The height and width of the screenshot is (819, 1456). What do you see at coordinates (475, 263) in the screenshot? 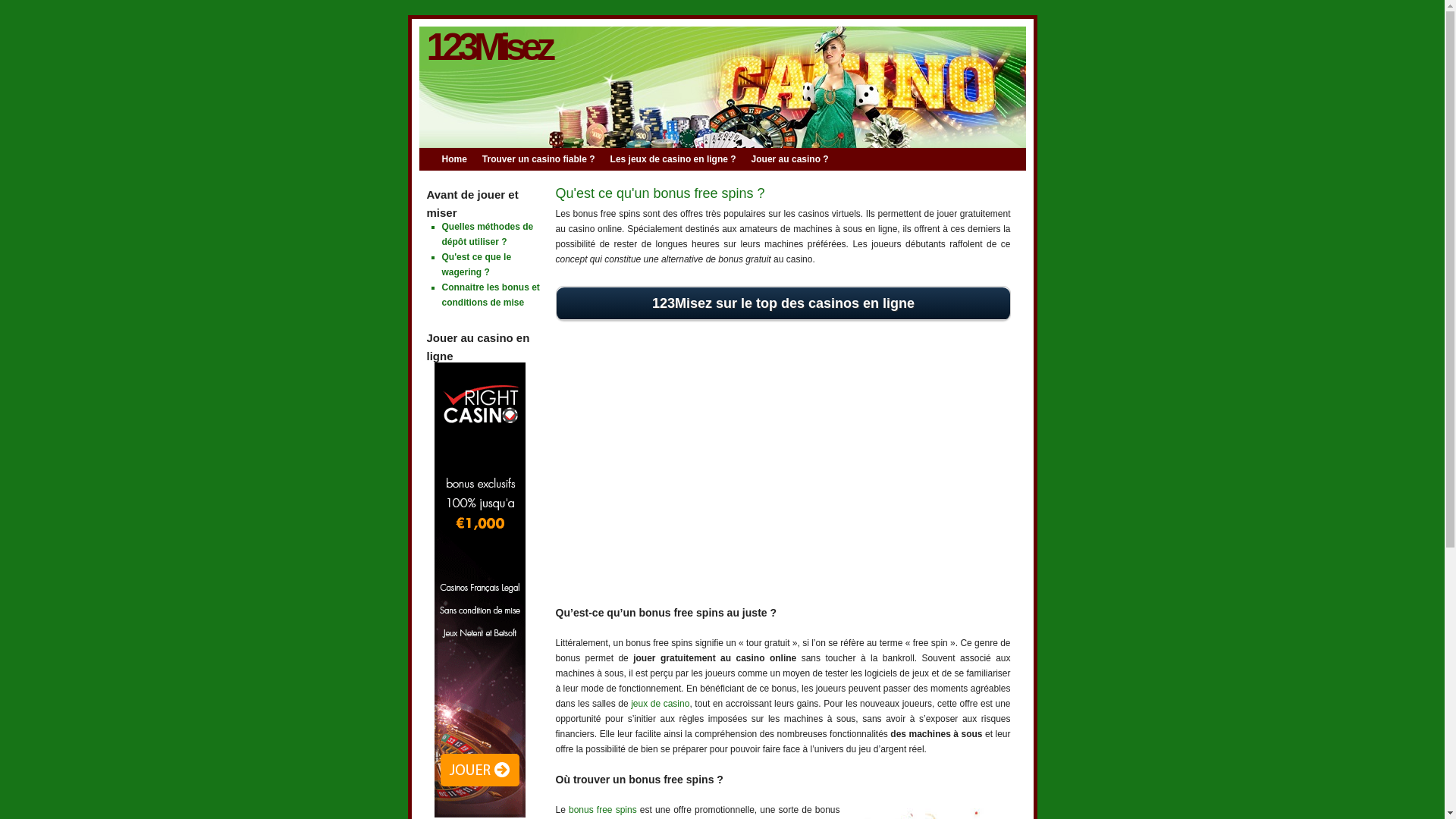
I see `'Qu'est ce que le wagering ?'` at bounding box center [475, 263].